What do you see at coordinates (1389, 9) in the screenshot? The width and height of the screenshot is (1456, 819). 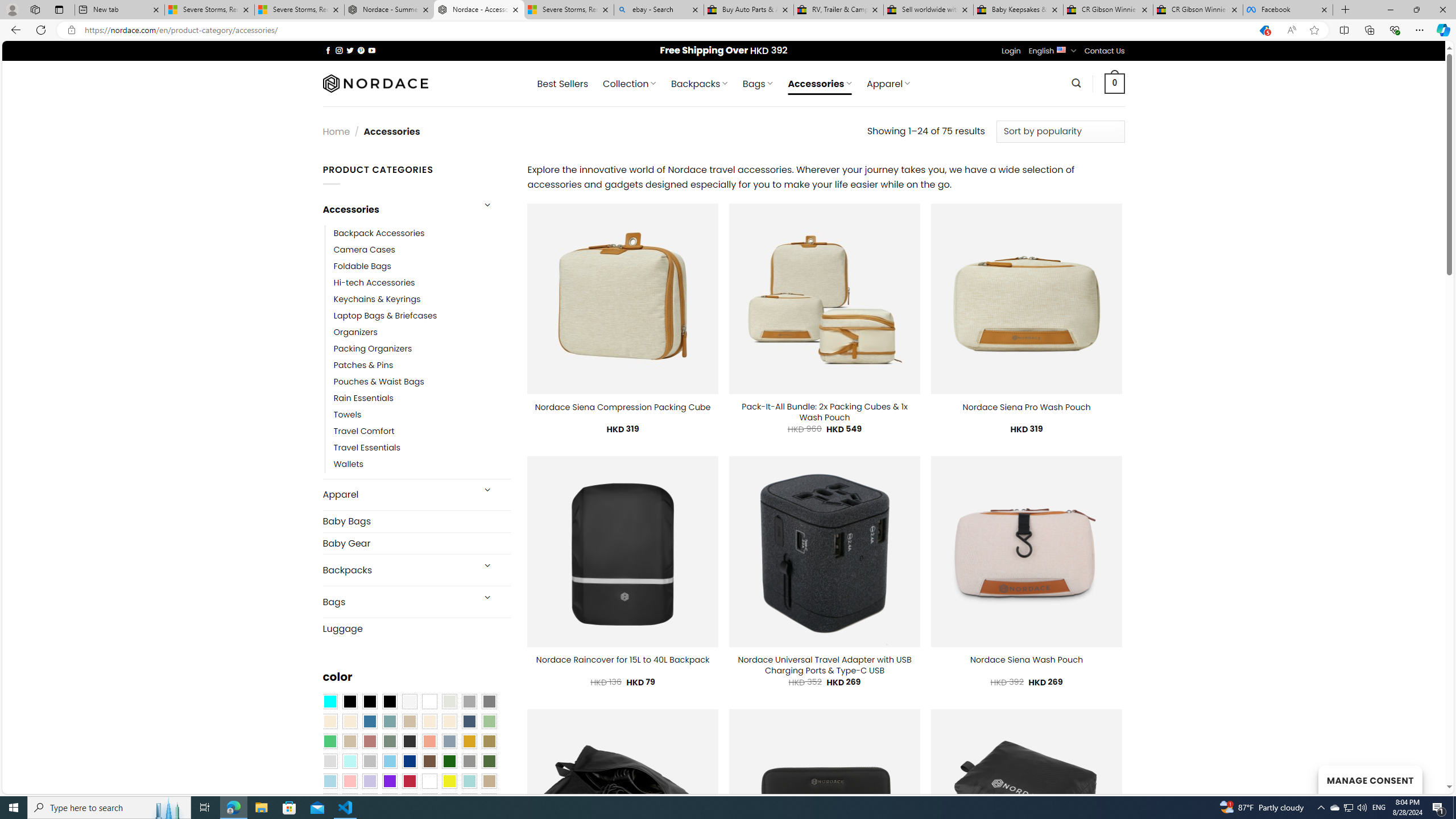 I see `'Minimize'` at bounding box center [1389, 9].